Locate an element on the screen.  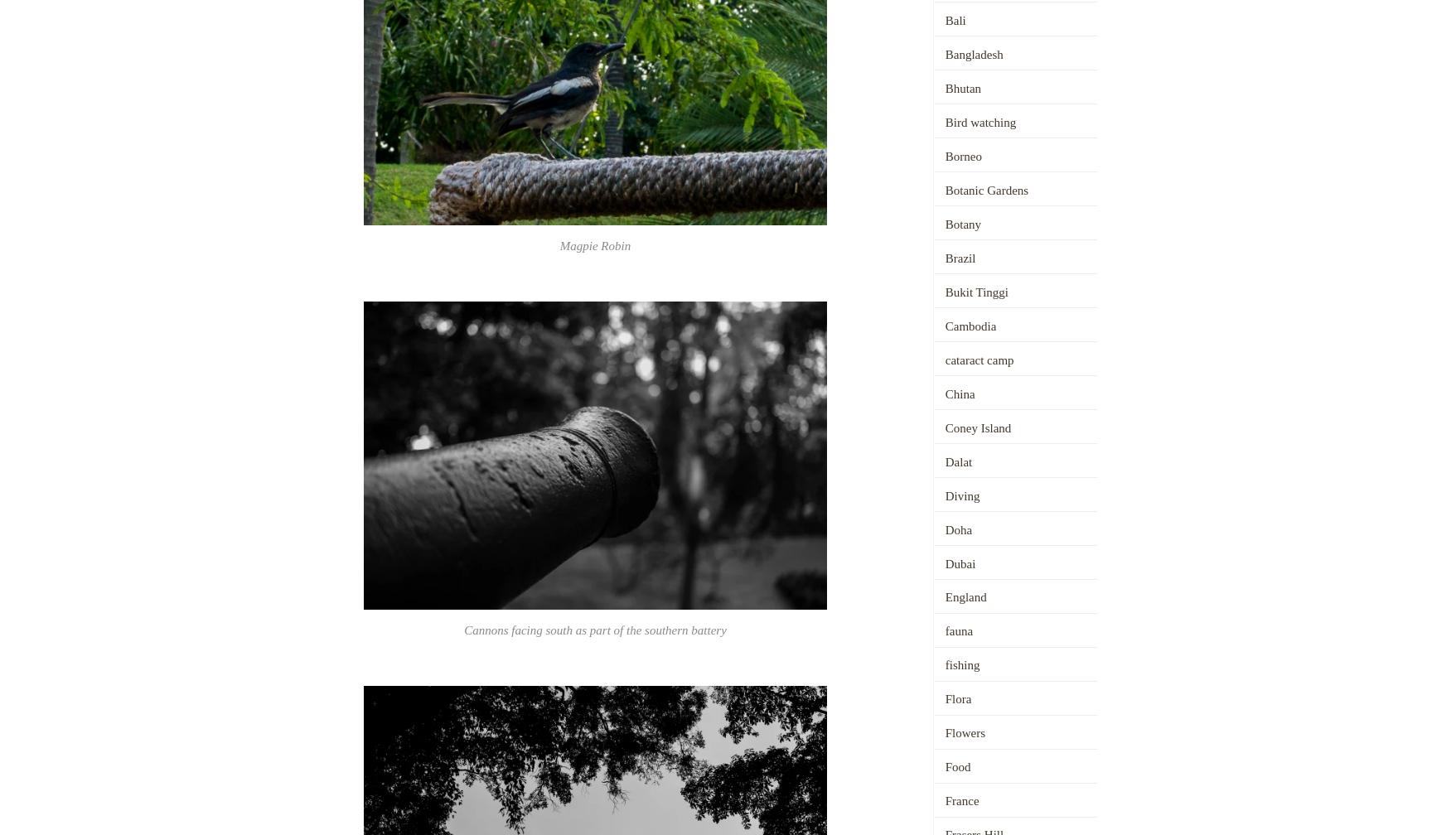
'Bangladesh' is located at coordinates (973, 54).